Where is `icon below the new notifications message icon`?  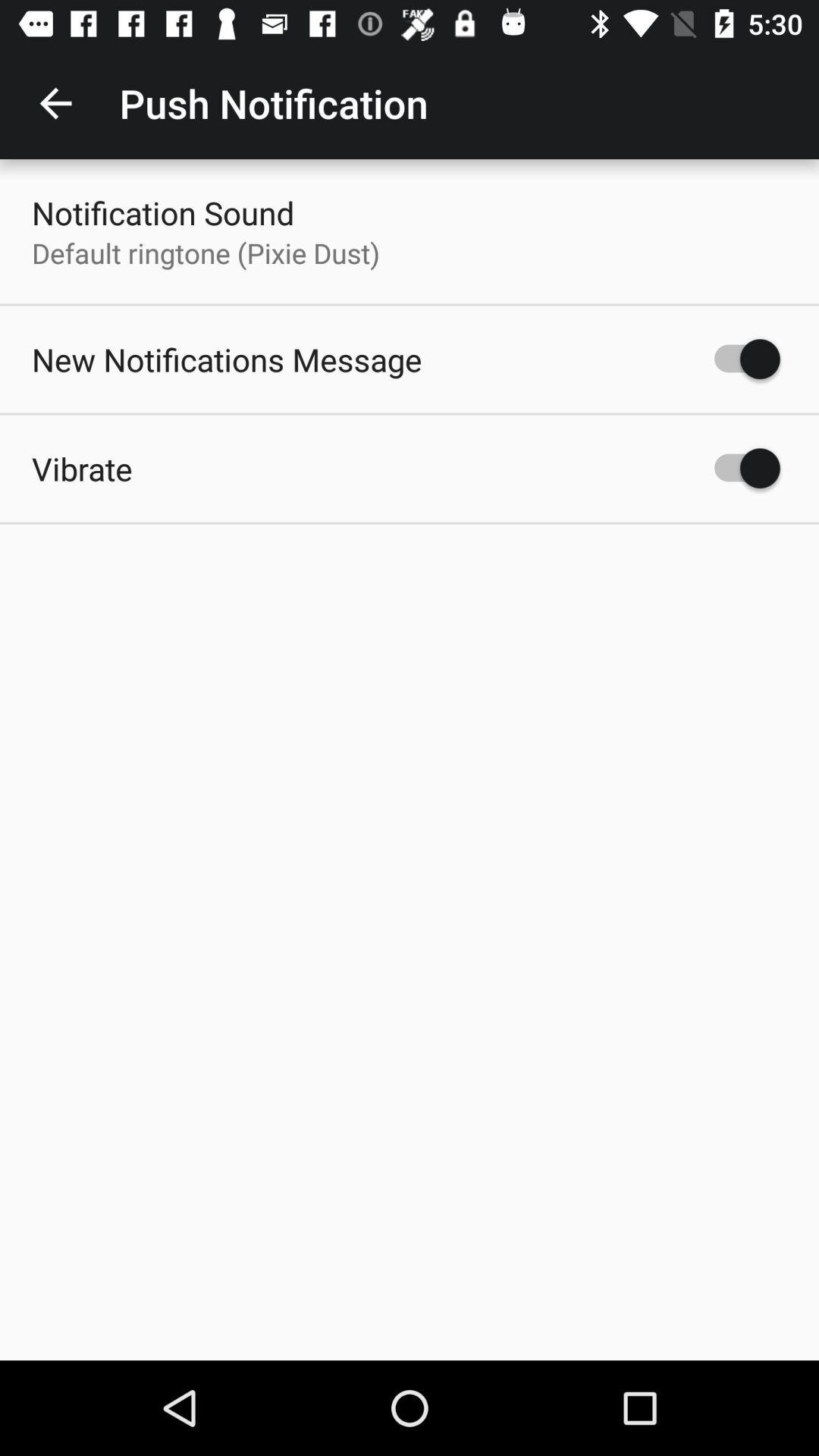
icon below the new notifications message icon is located at coordinates (82, 468).